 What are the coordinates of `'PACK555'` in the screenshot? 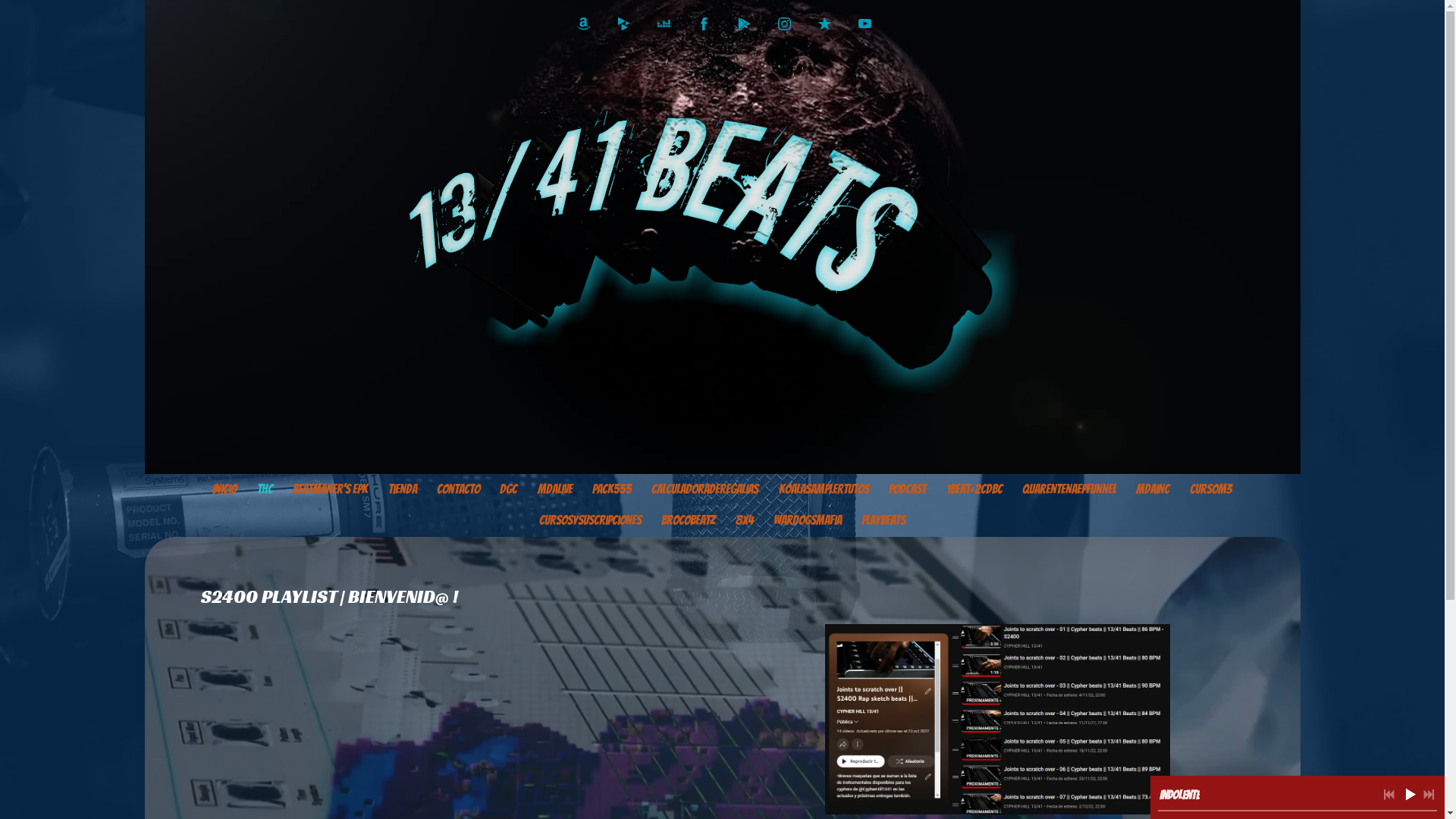 It's located at (611, 489).